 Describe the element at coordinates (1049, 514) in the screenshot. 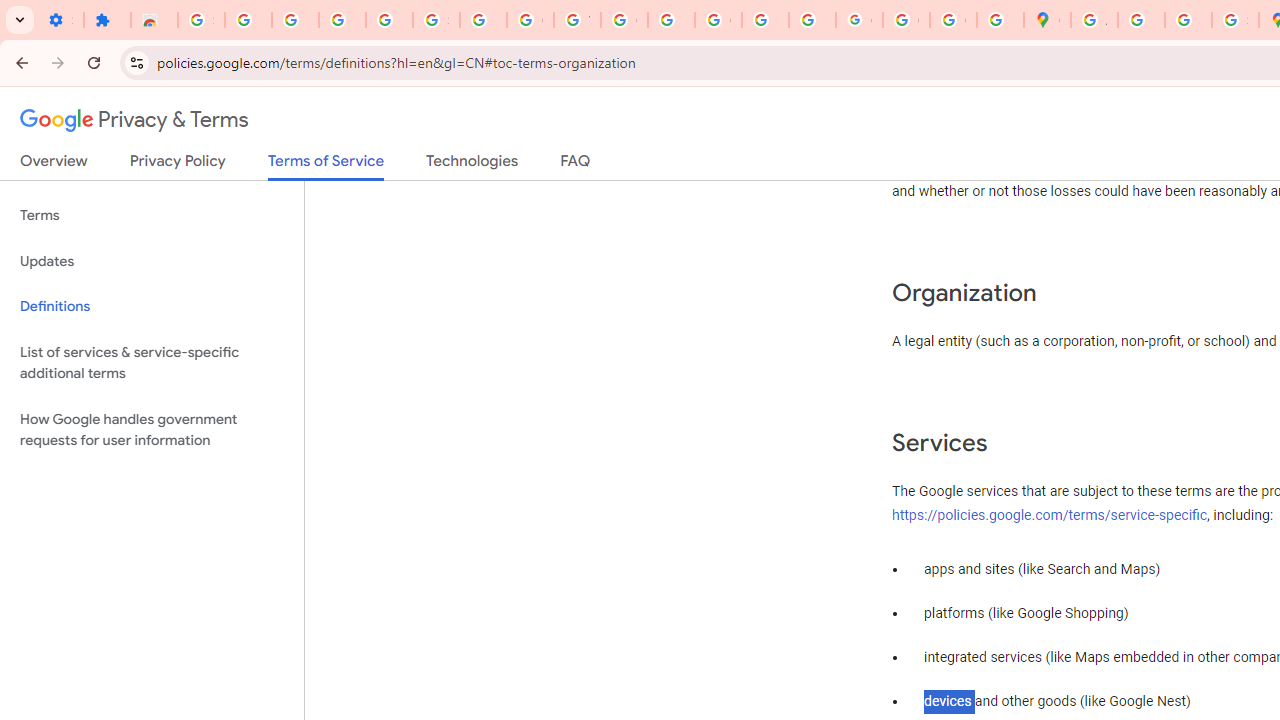

I see `'https://policies.google.com/terms/service-specific'` at that location.